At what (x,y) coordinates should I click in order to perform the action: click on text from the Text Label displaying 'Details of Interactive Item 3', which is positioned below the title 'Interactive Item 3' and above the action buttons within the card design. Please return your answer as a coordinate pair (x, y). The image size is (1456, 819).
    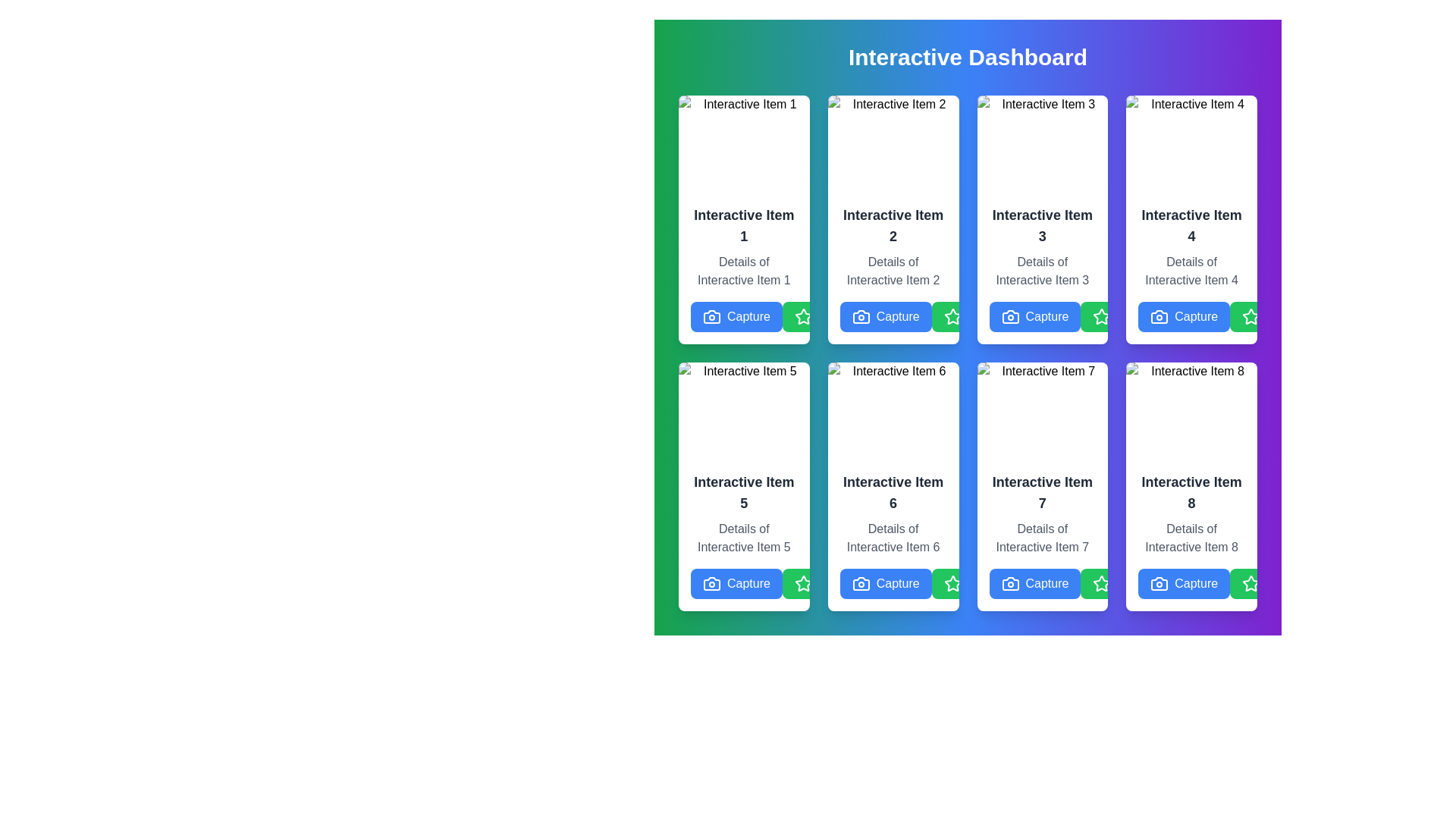
    Looking at the image, I should click on (1041, 268).